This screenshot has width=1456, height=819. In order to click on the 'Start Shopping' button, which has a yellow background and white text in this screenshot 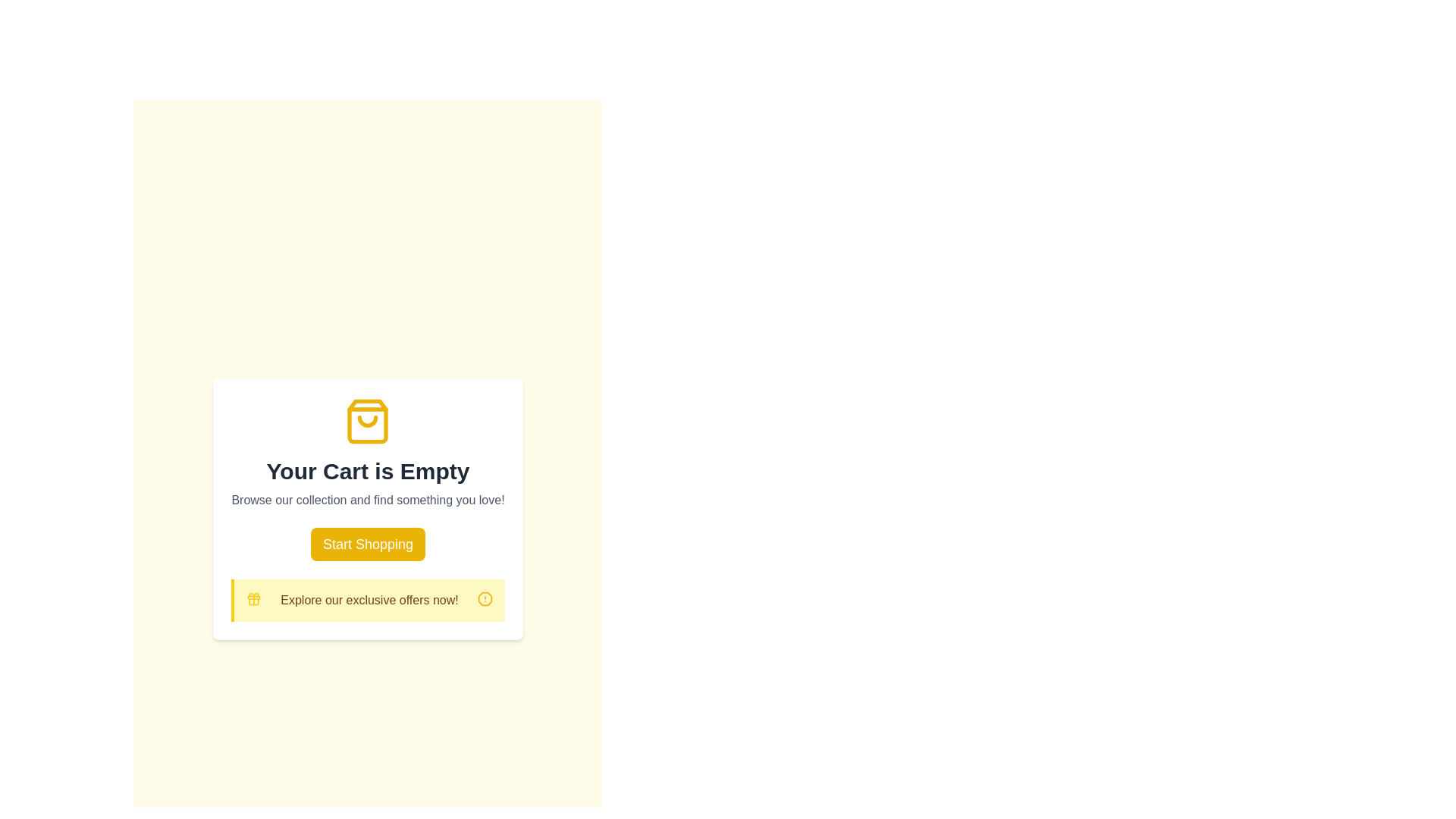, I will do `click(368, 543)`.